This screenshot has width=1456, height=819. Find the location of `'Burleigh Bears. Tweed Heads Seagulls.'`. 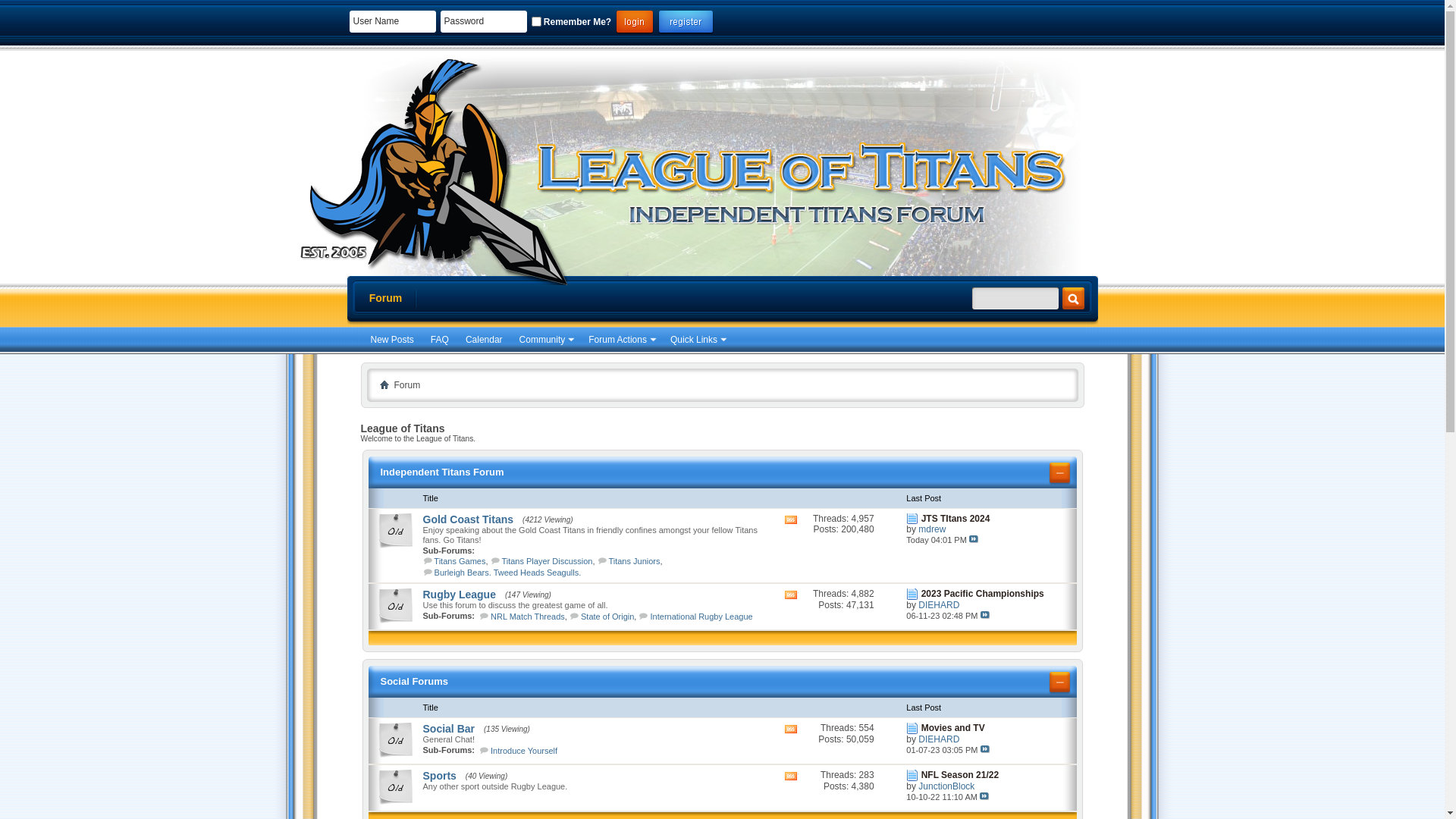

'Burleigh Bears. Tweed Heads Seagulls.' is located at coordinates (508, 573).